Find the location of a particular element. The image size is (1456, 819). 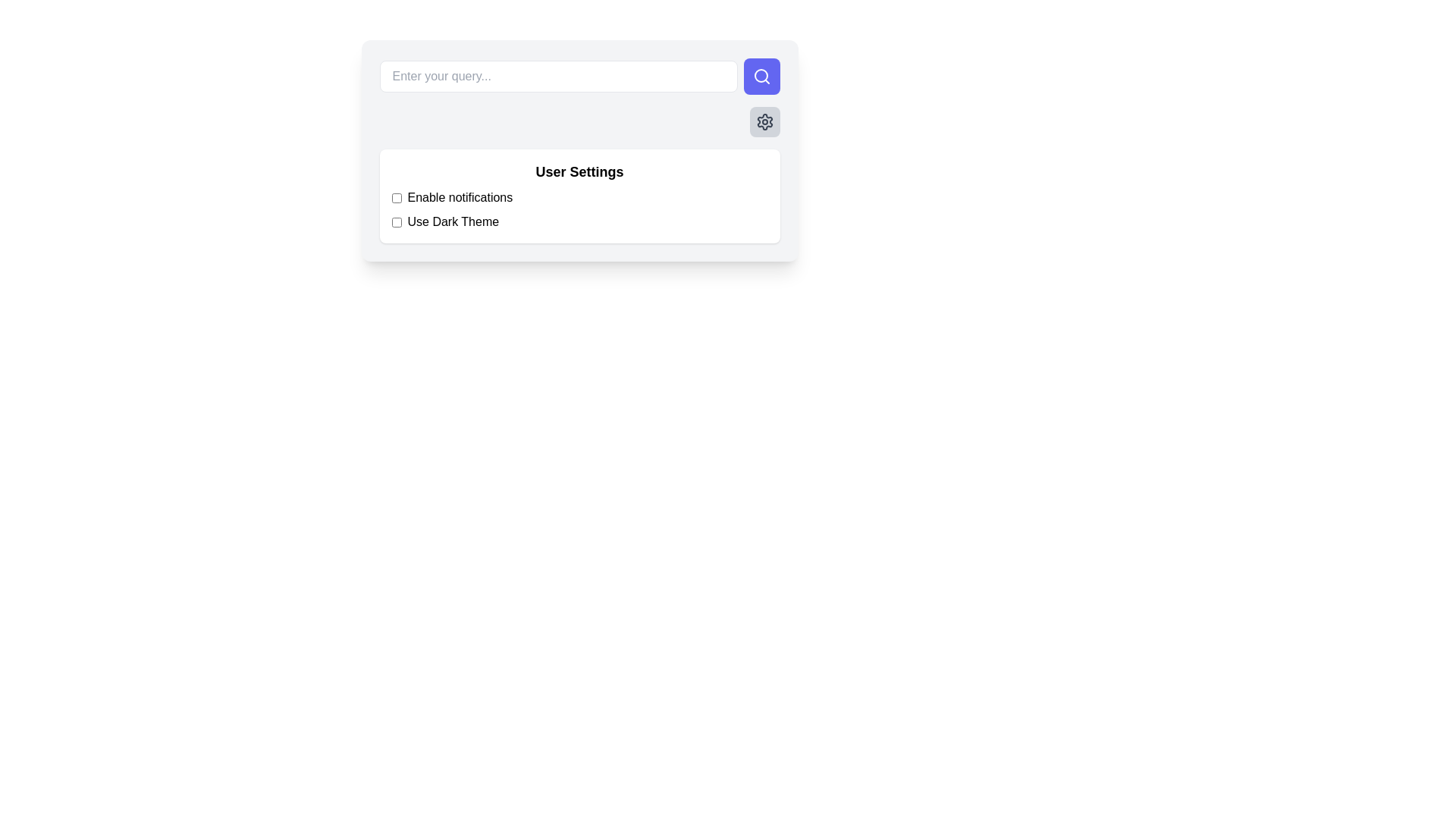

the search button with a magnifying glass icon located in the top right corner of the interface to initiate a search is located at coordinates (761, 76).